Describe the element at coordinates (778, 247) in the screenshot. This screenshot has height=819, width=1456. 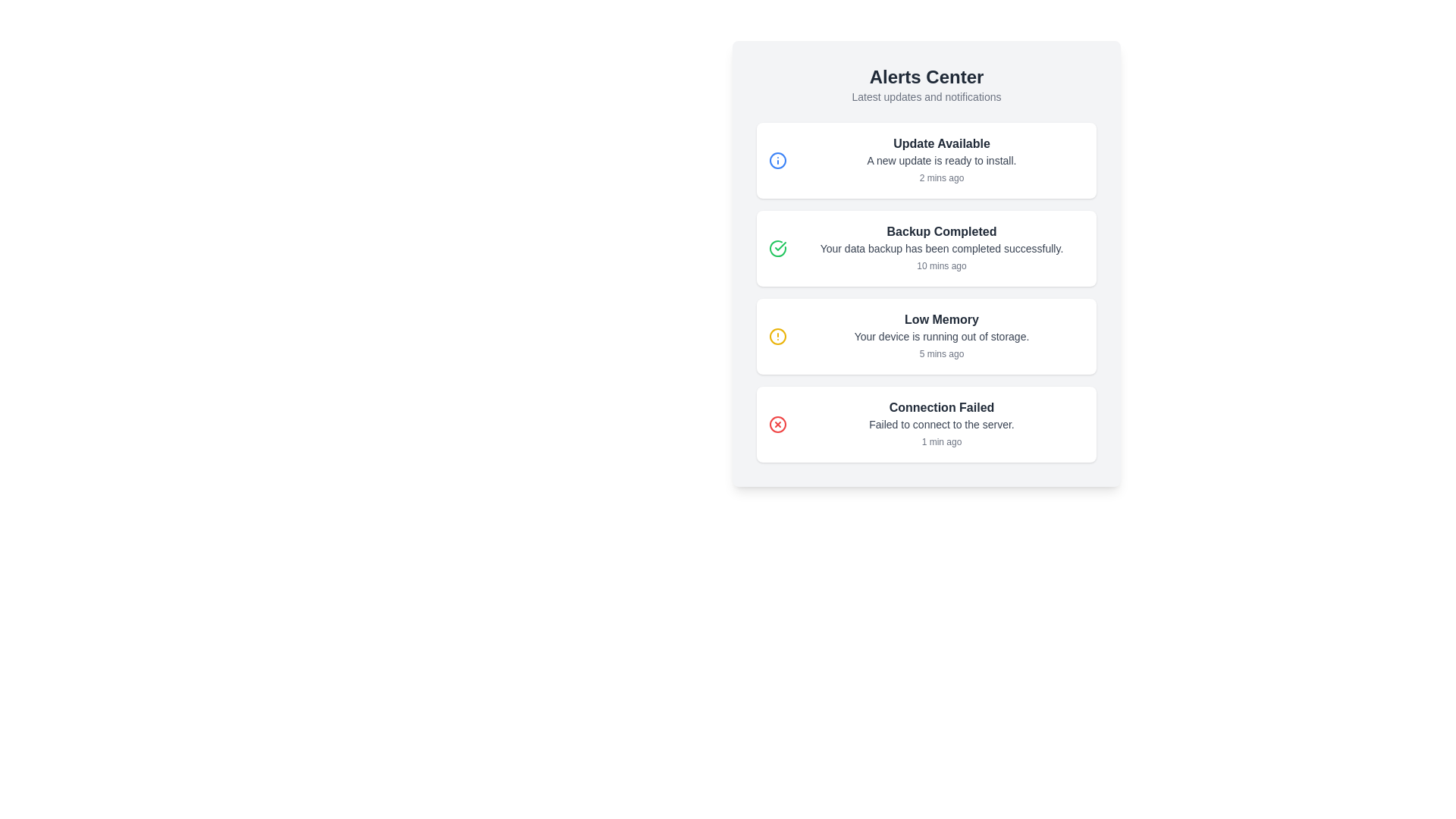
I see `the completion status icon located at the leftmost part of the 'Backup Completed' card, which indicates the successful completion of the data backup task` at that location.